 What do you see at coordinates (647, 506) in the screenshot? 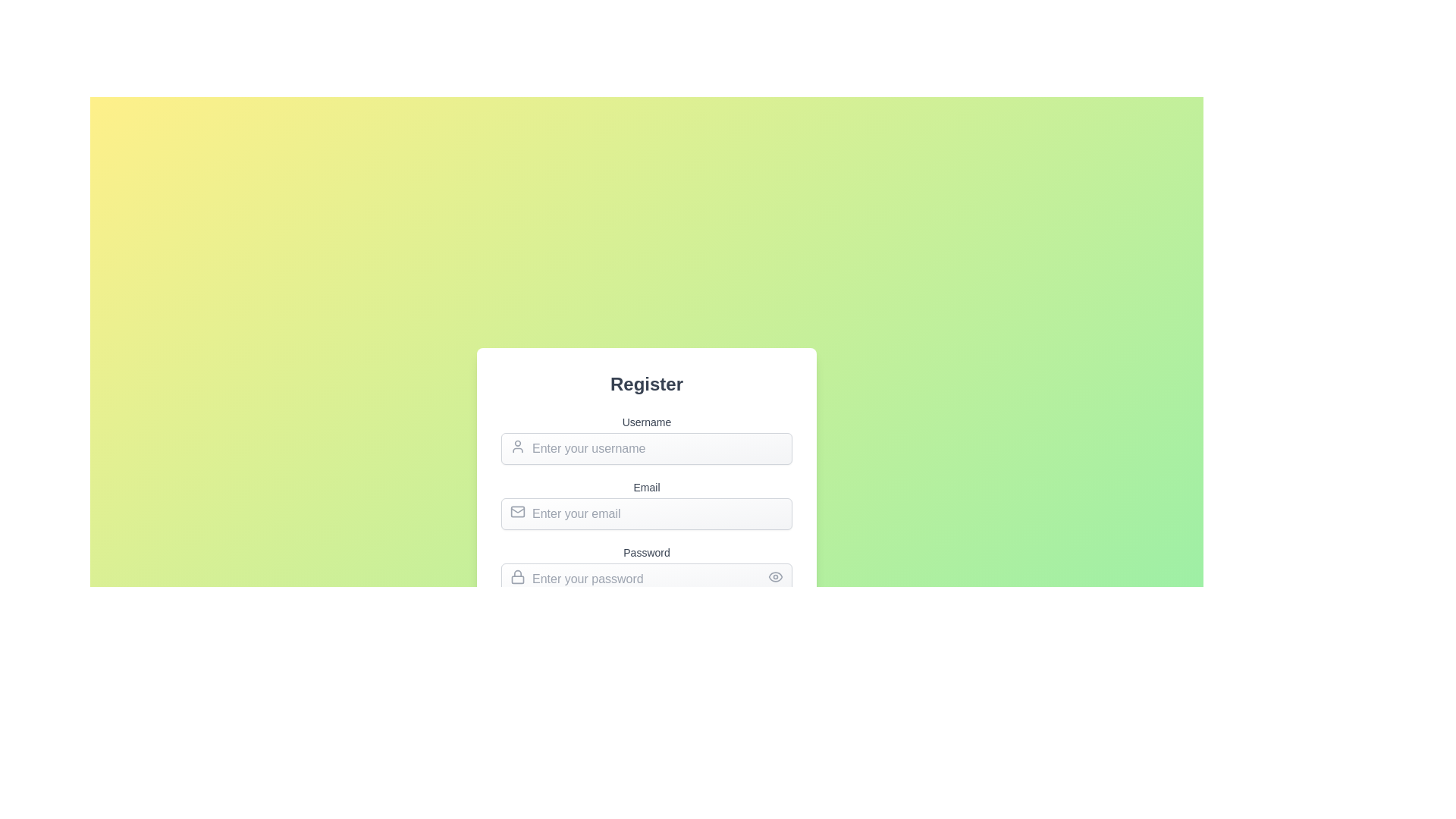
I see `the email input field, which is the second input field in the vertically aligned form layout, to focus on it` at bounding box center [647, 506].